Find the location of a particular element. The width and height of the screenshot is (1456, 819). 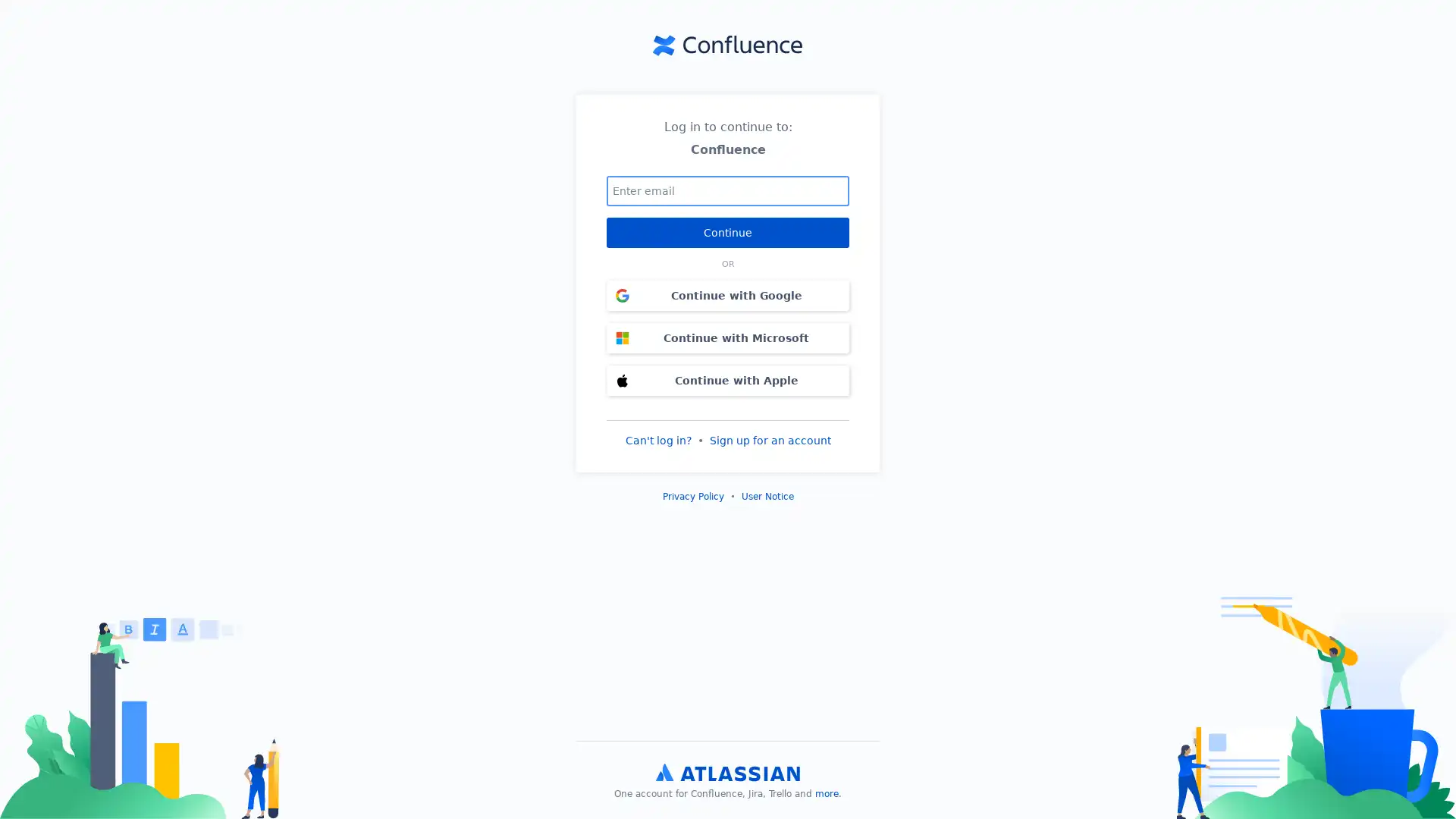

Continue is located at coordinates (728, 231).